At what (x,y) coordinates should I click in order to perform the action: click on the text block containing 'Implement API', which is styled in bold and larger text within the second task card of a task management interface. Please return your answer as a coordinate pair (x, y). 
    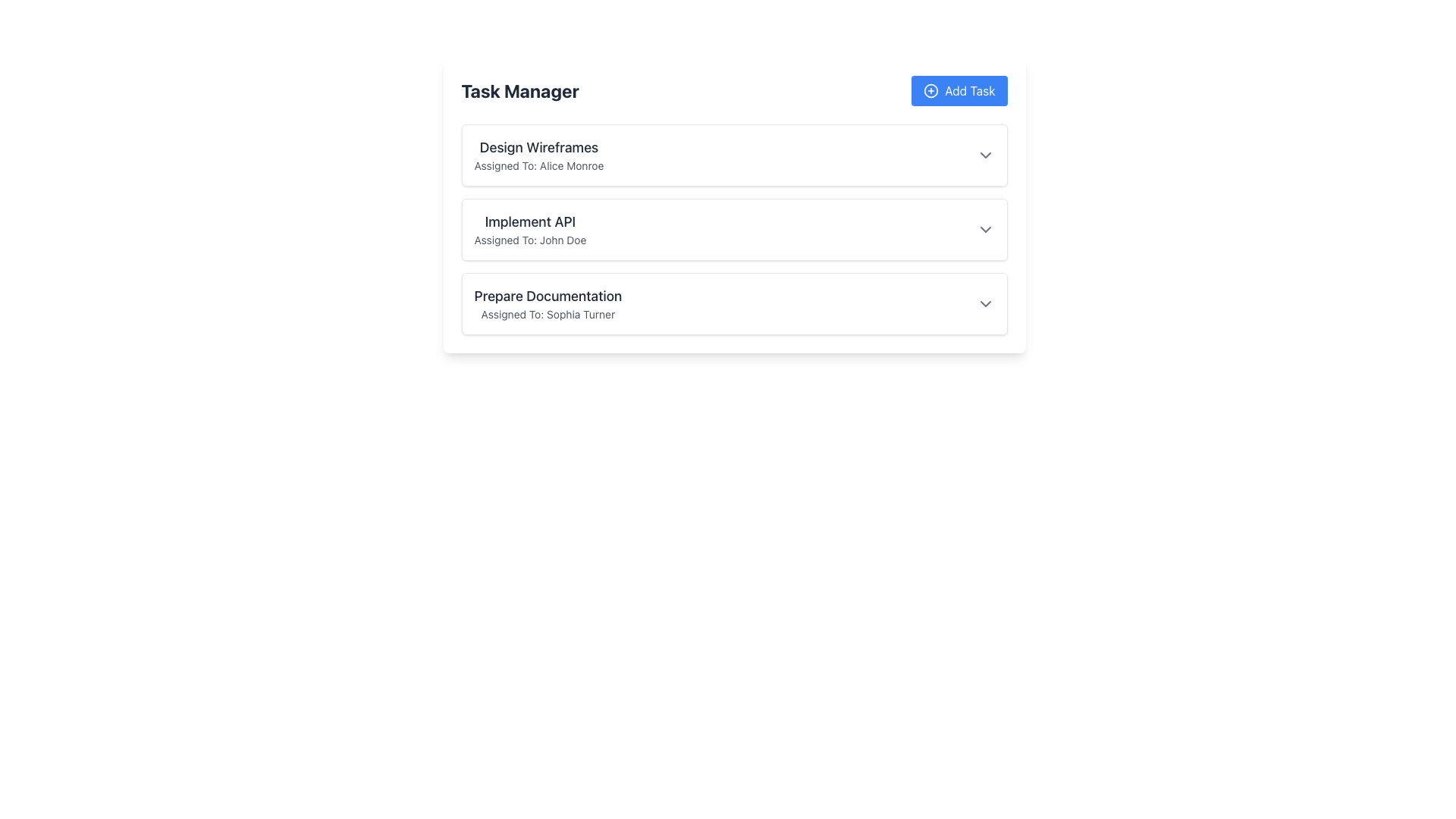
    Looking at the image, I should click on (530, 222).